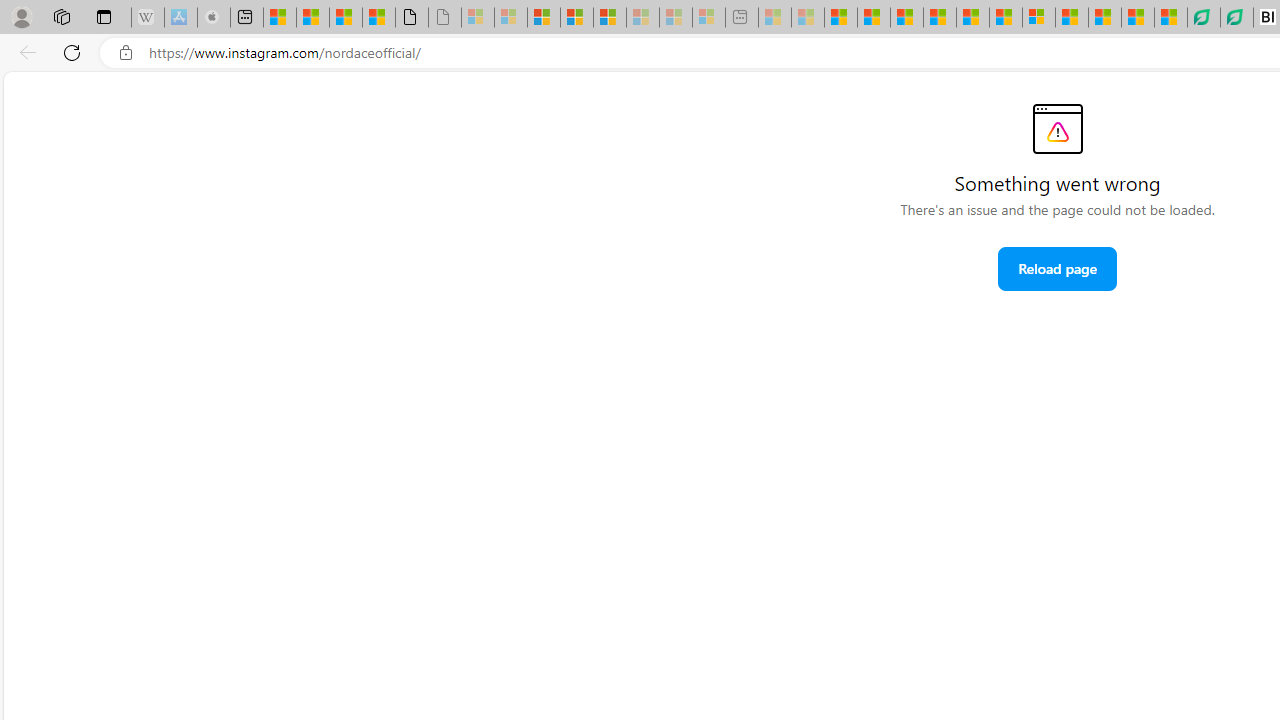 The height and width of the screenshot is (720, 1280). I want to click on 'US Heat Deaths Soared To Record High Last Year', so click(1071, 17).